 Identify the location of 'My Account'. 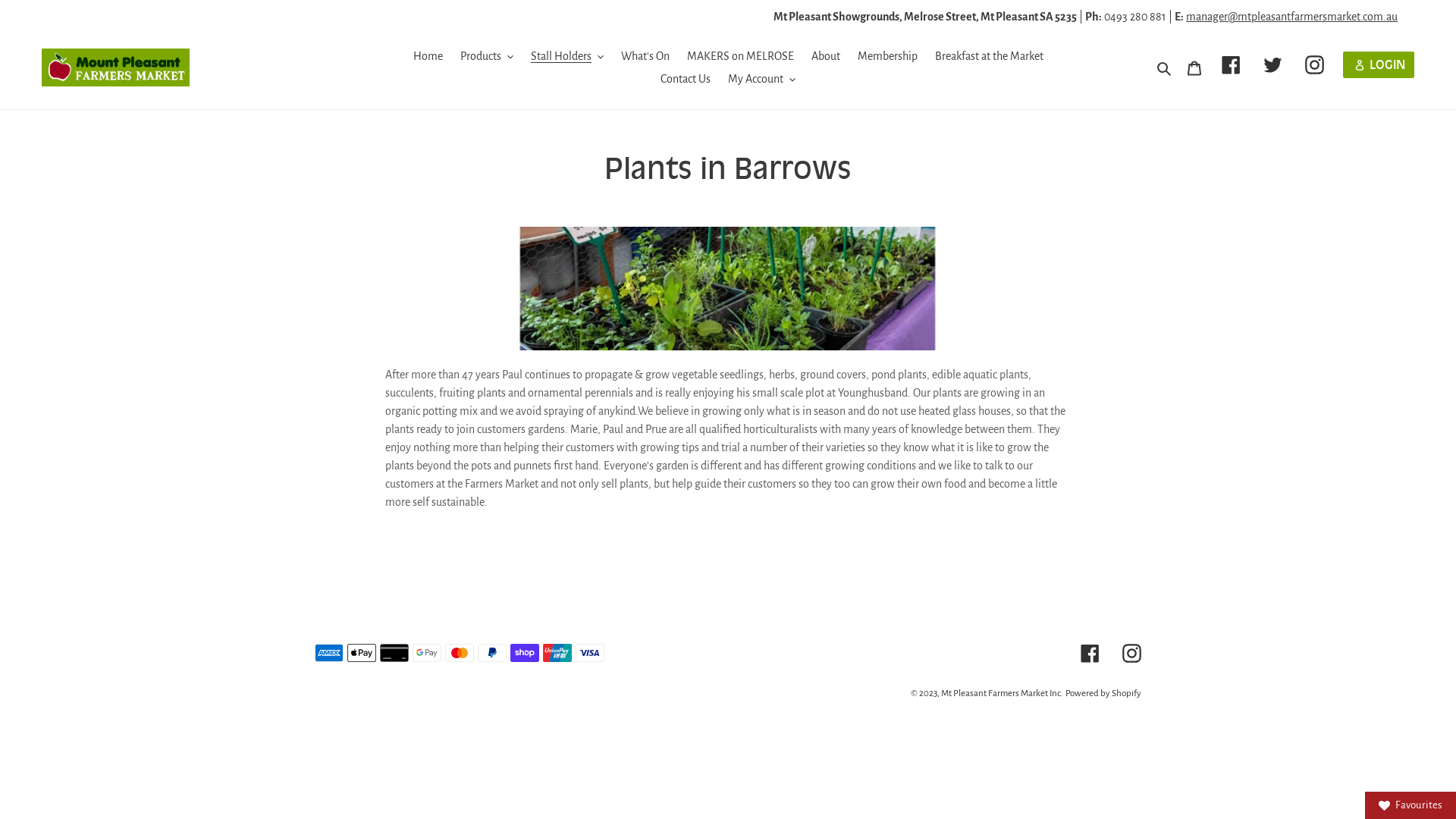
(720, 79).